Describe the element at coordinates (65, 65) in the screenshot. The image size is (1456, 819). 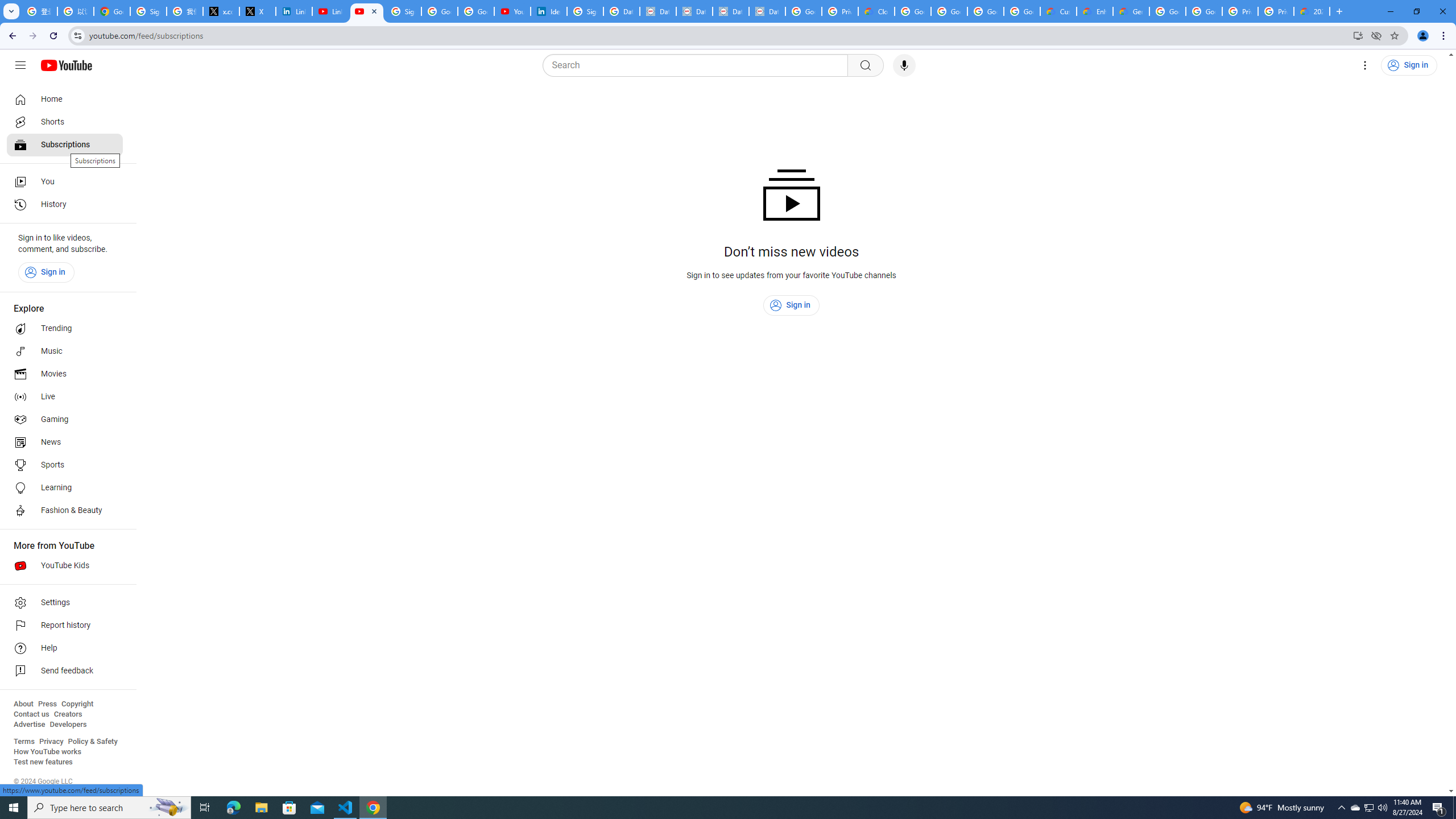
I see `'YouTube Home'` at that location.